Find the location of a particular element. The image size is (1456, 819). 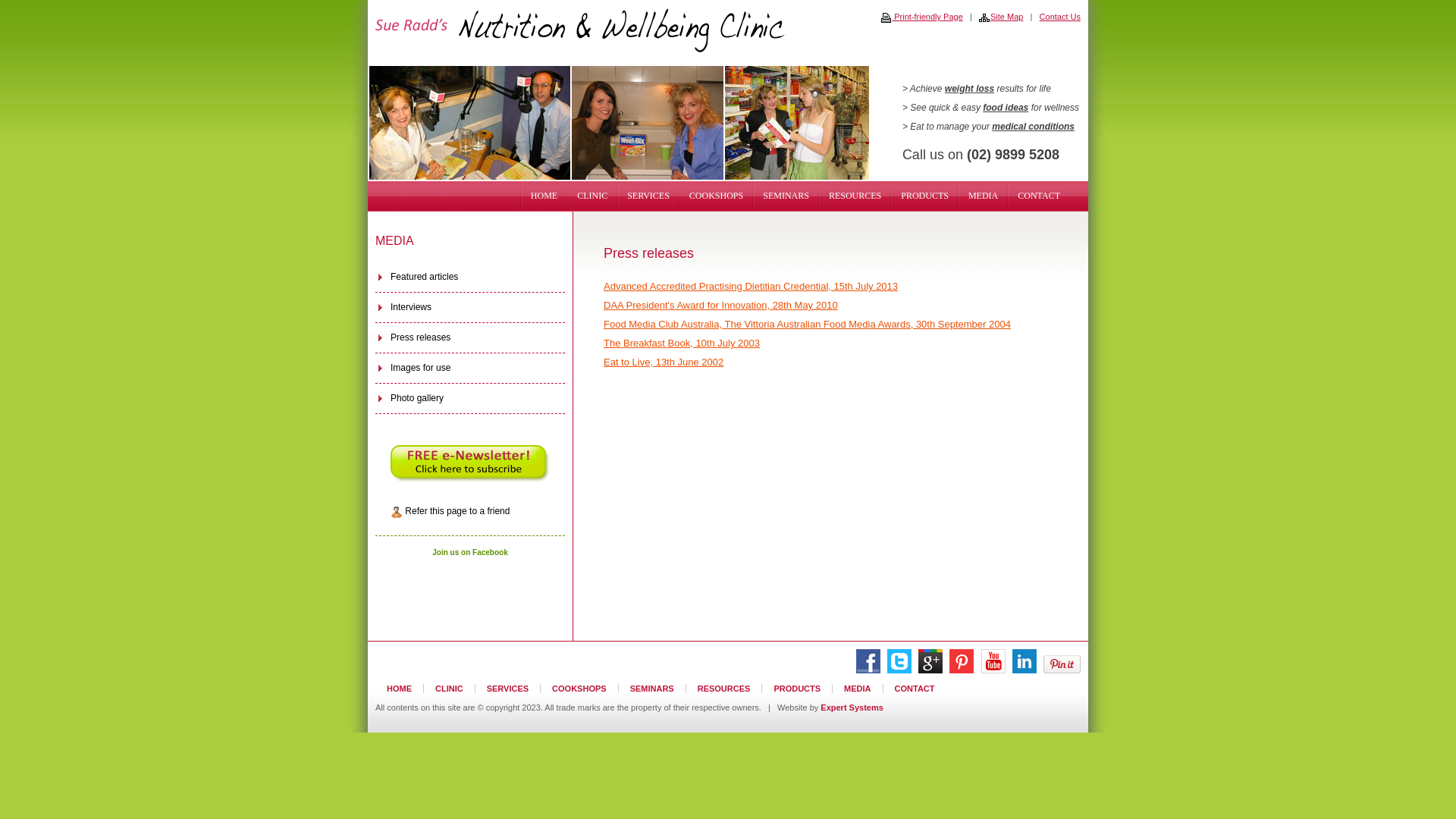

'DAA President's Award for Innovation, 28th May 2010' is located at coordinates (720, 305).